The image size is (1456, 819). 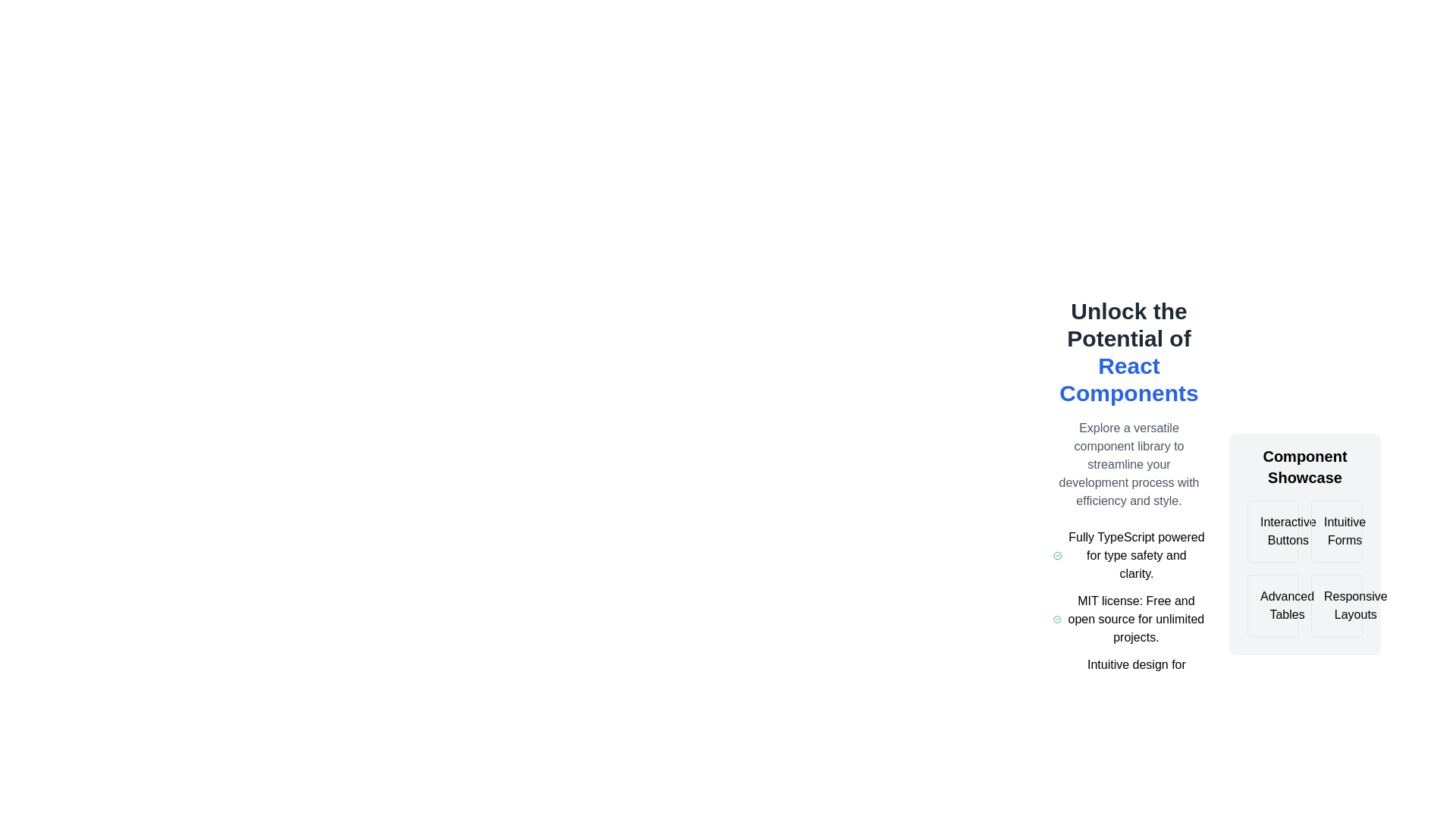 What do you see at coordinates (1273, 604) in the screenshot?
I see `the 'Advanced Tables' card located in the 'Component Showcase' section` at bounding box center [1273, 604].